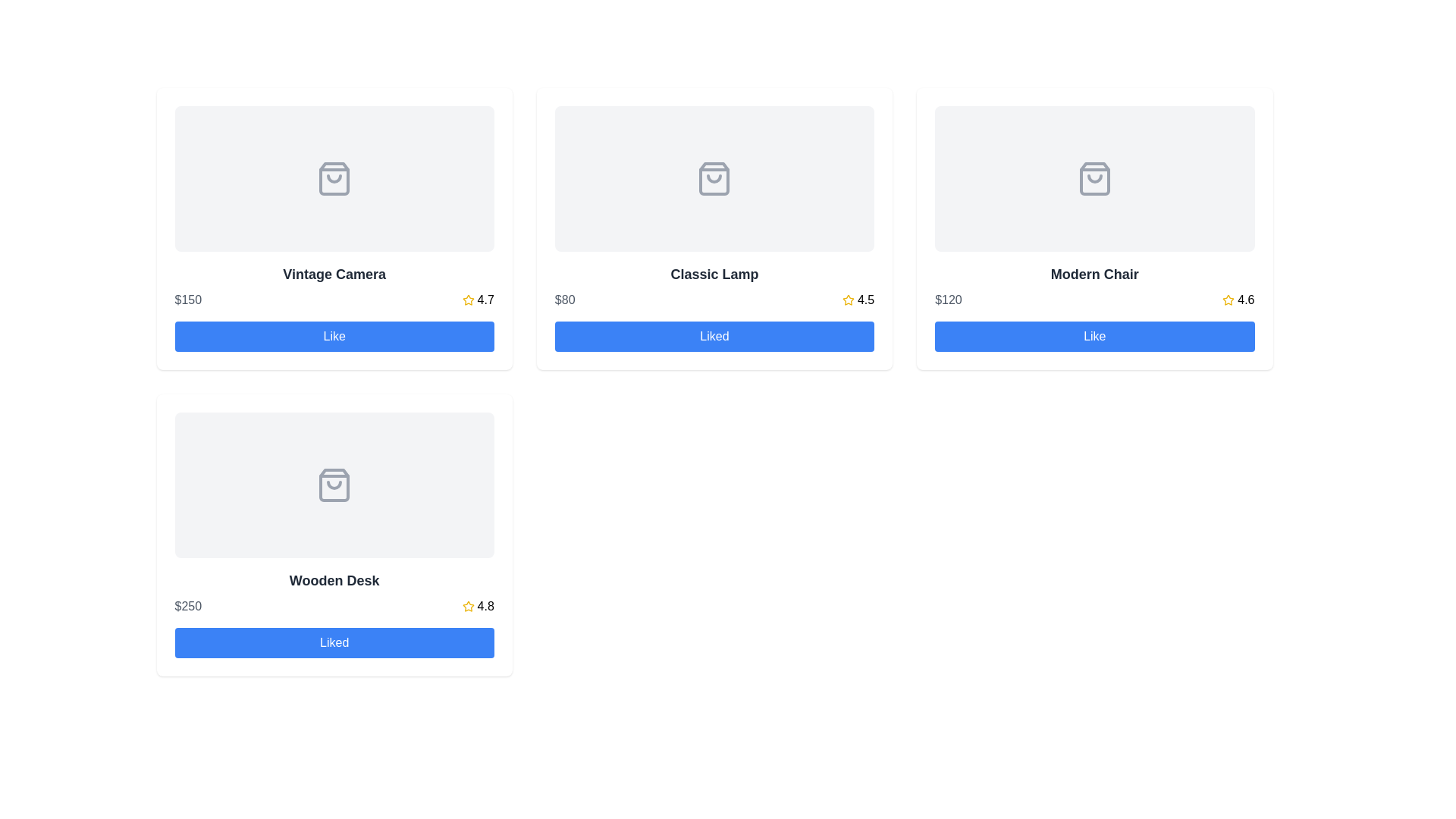 This screenshot has height=819, width=1456. I want to click on text label that provides details about a product, including its name, price, and rating, located in the second column of the top row, beneath the image placeholder, and above the 'Liked' button, so click(714, 287).